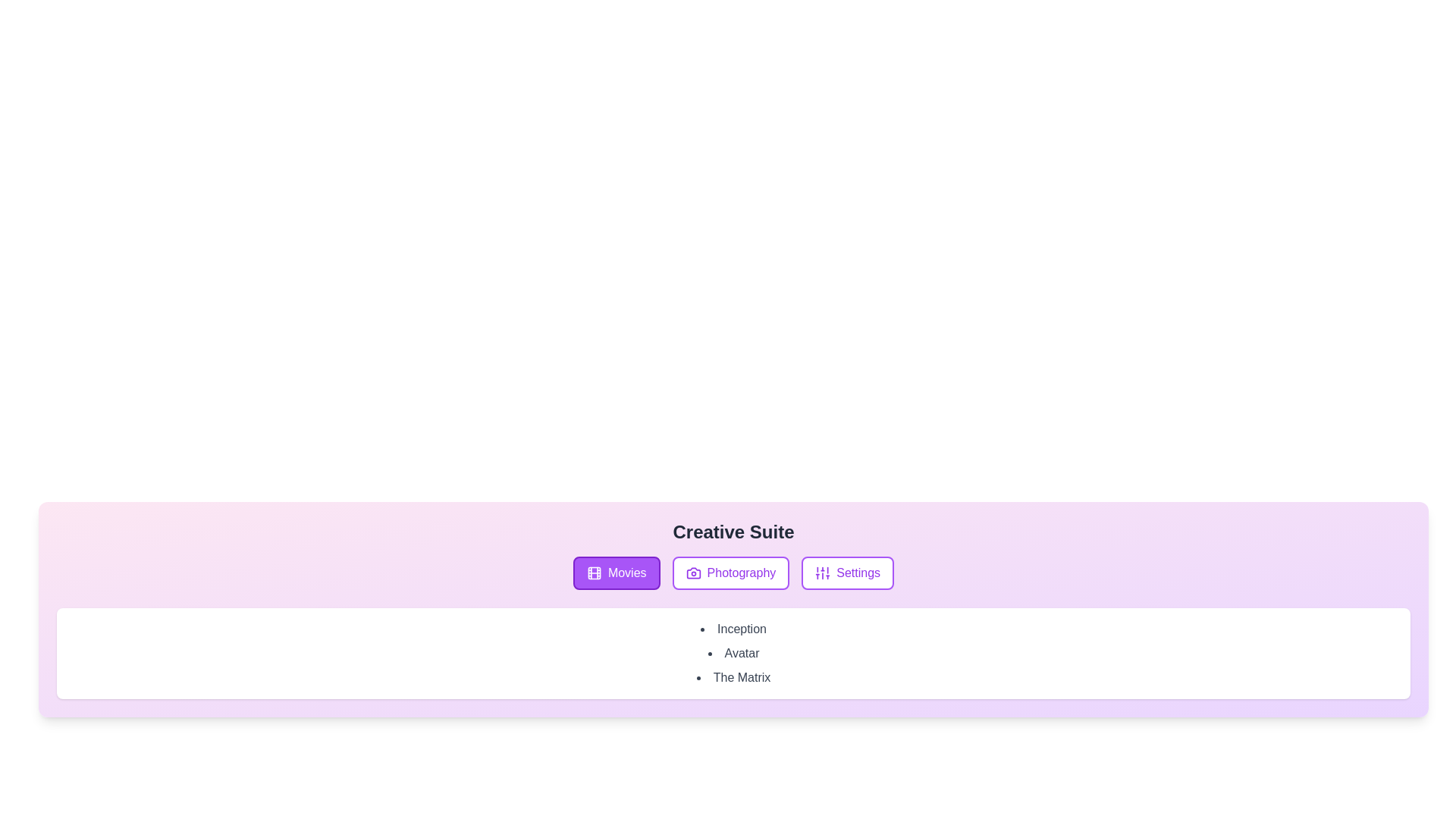 The height and width of the screenshot is (819, 1456). What do you see at coordinates (822, 573) in the screenshot?
I see `the vertically oriented sliders icon, which is styled with a thin purple line and located to the left of the 'Settings' label` at bounding box center [822, 573].